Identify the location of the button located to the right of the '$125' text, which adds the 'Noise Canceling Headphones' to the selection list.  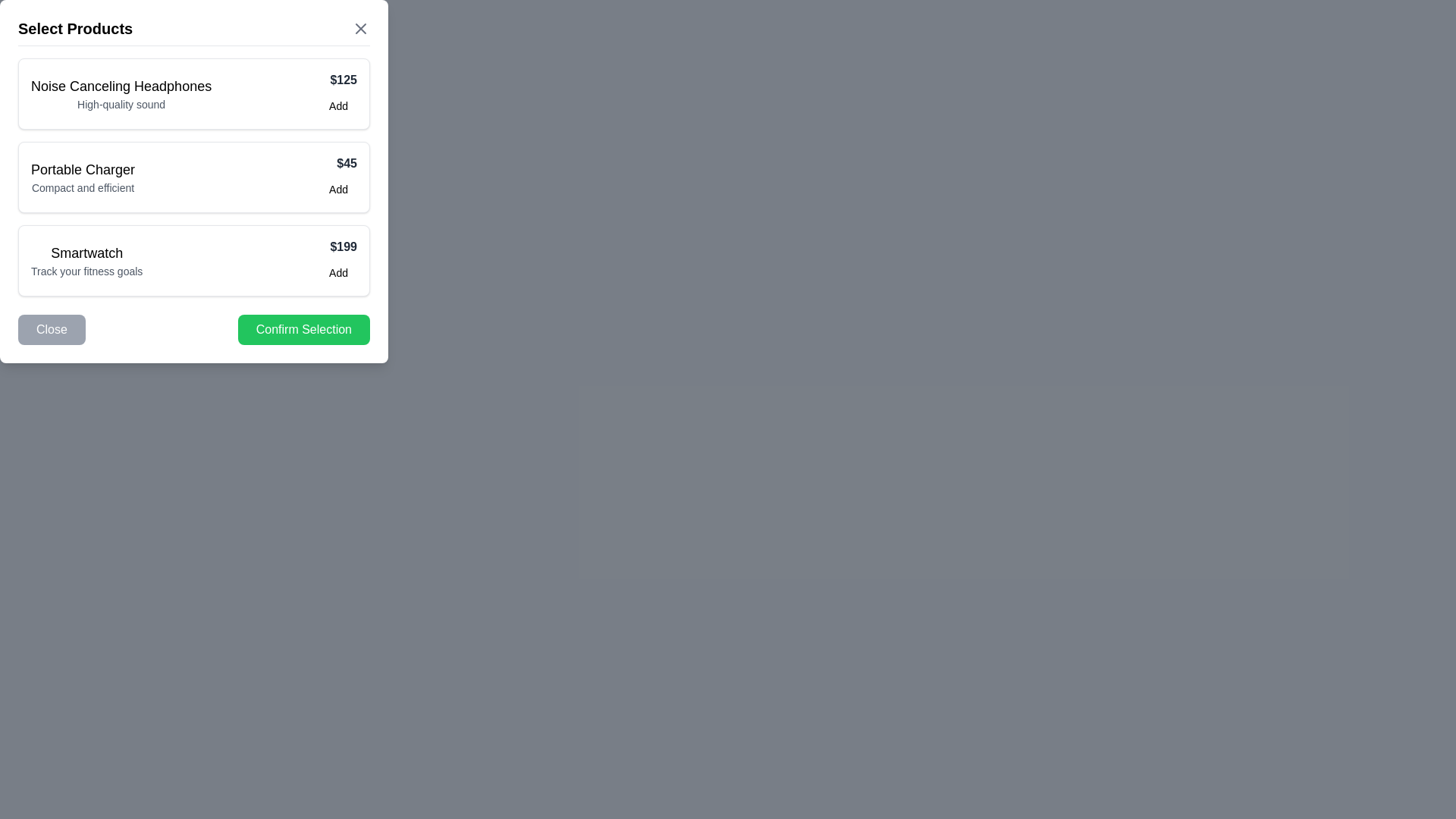
(337, 105).